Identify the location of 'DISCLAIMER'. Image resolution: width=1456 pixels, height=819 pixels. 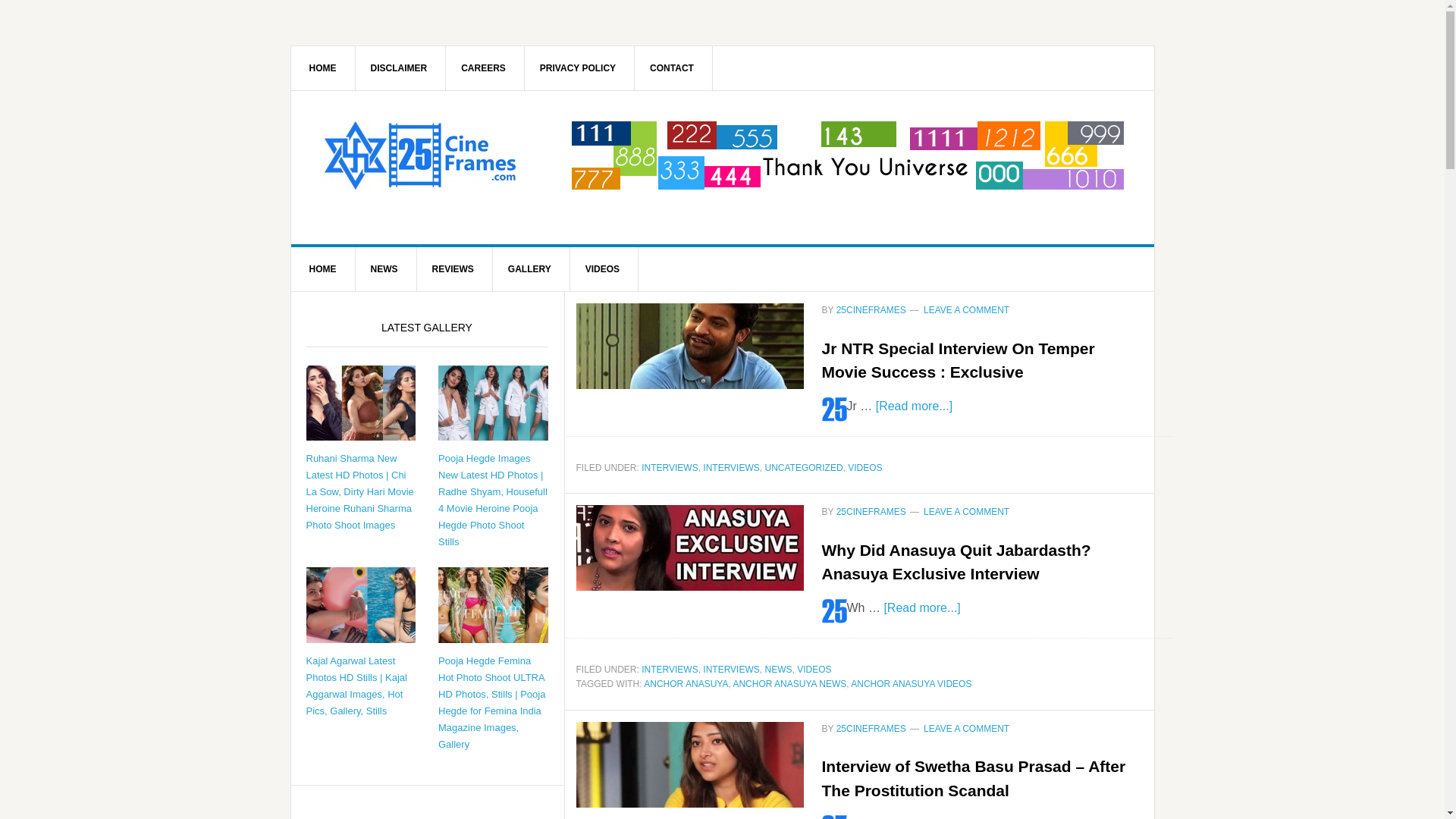
(399, 67).